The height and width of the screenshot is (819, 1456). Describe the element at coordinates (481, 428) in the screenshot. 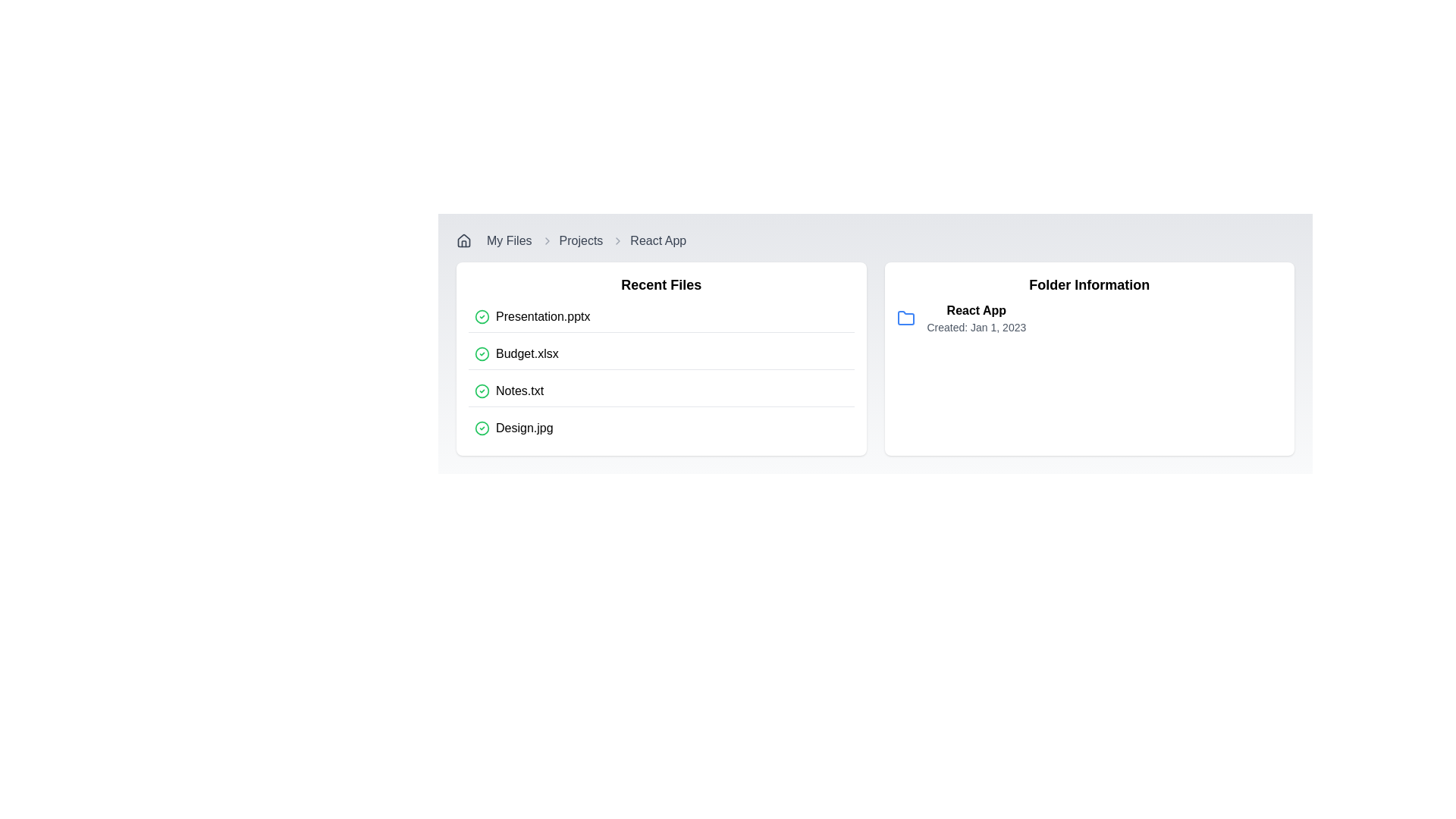

I see `the green circular icon with a checkmark, located to the left of the 'Design.jpg' filename in the Recent Files table` at that location.